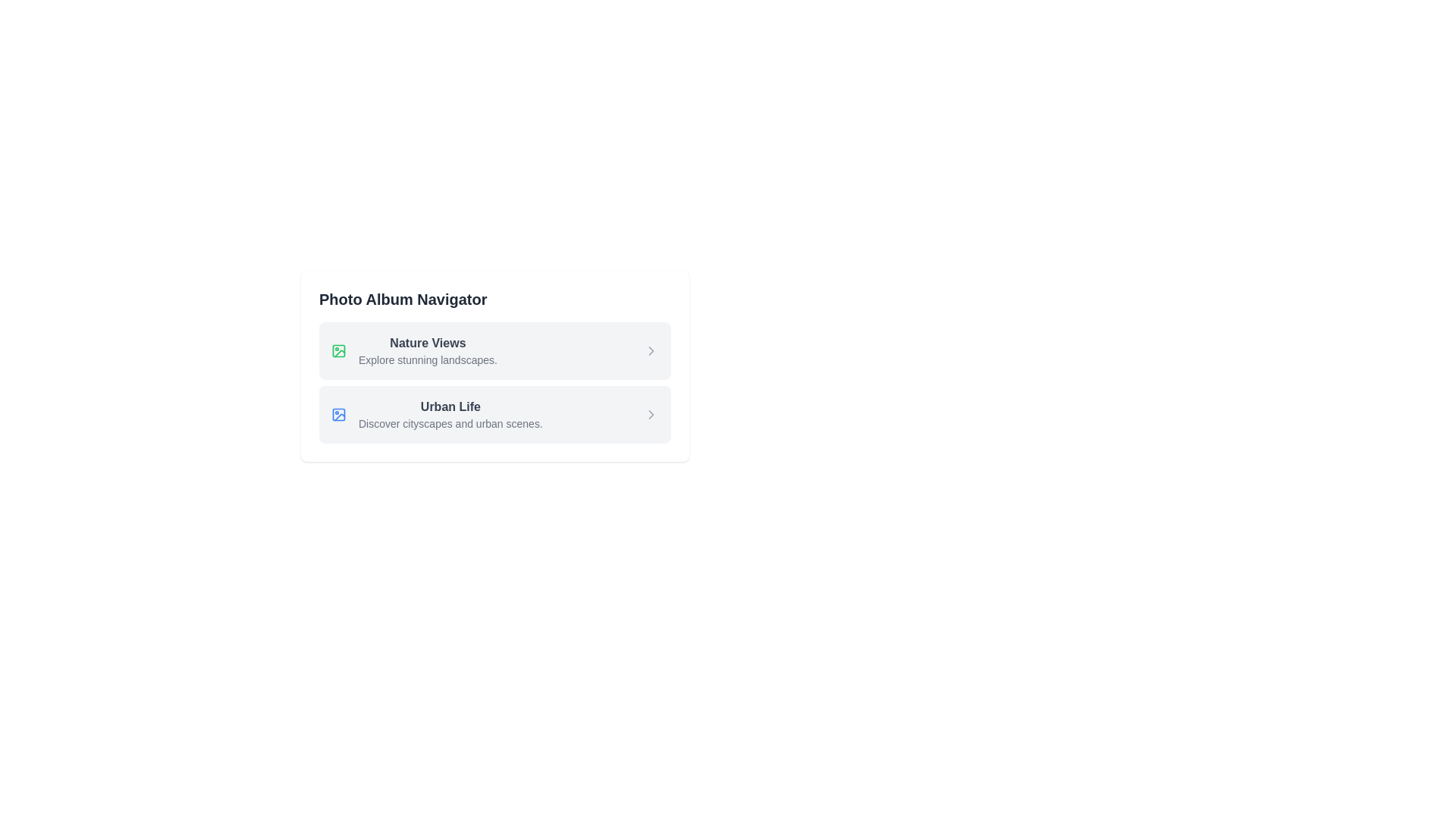 This screenshot has width=1456, height=819. Describe the element at coordinates (436, 415) in the screenshot. I see `the navigation link for 'Urban Life' located in the second row of the vertical list, below 'Nature Views'` at that location.